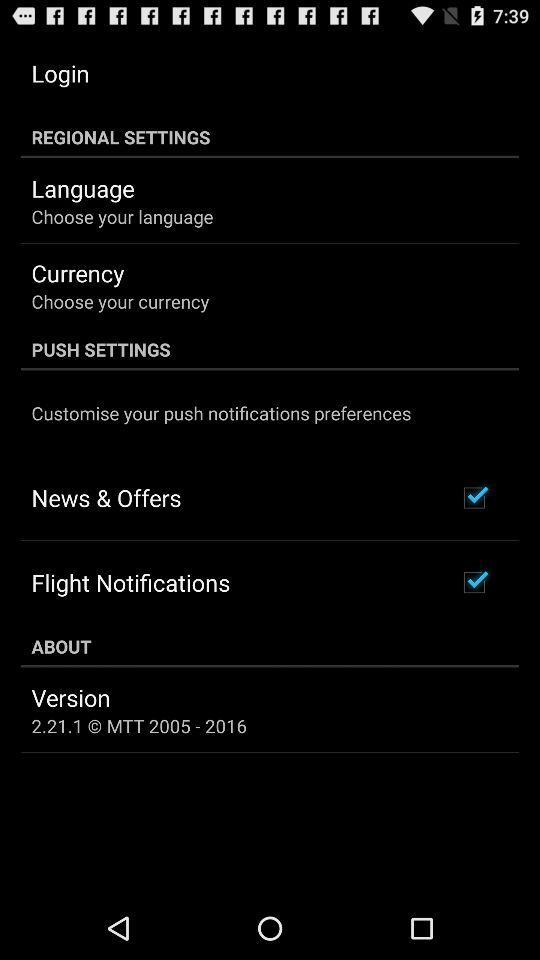 This screenshot has width=540, height=960. I want to click on item above regional settings icon, so click(60, 73).